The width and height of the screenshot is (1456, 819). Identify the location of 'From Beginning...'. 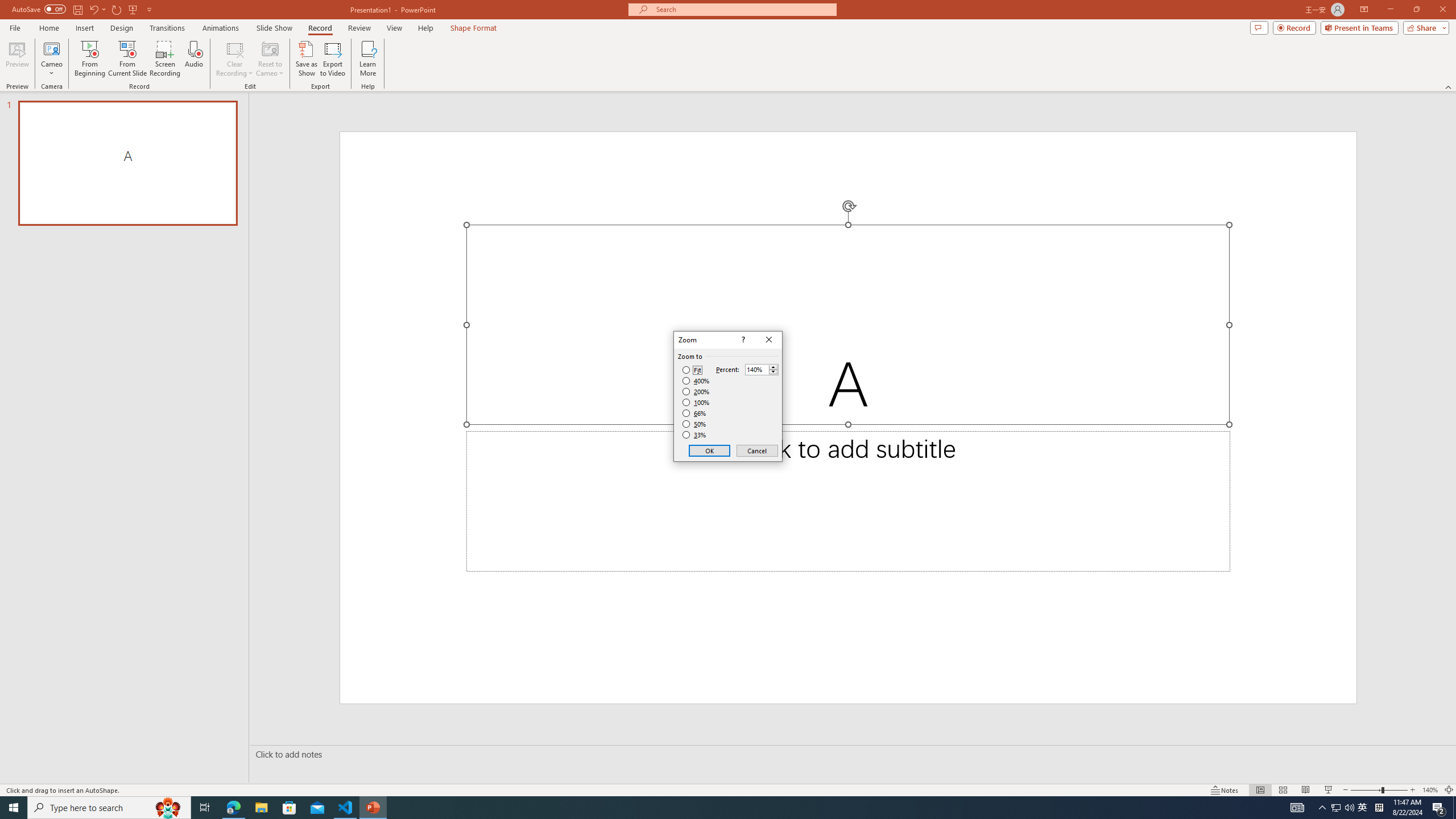
(89, 59).